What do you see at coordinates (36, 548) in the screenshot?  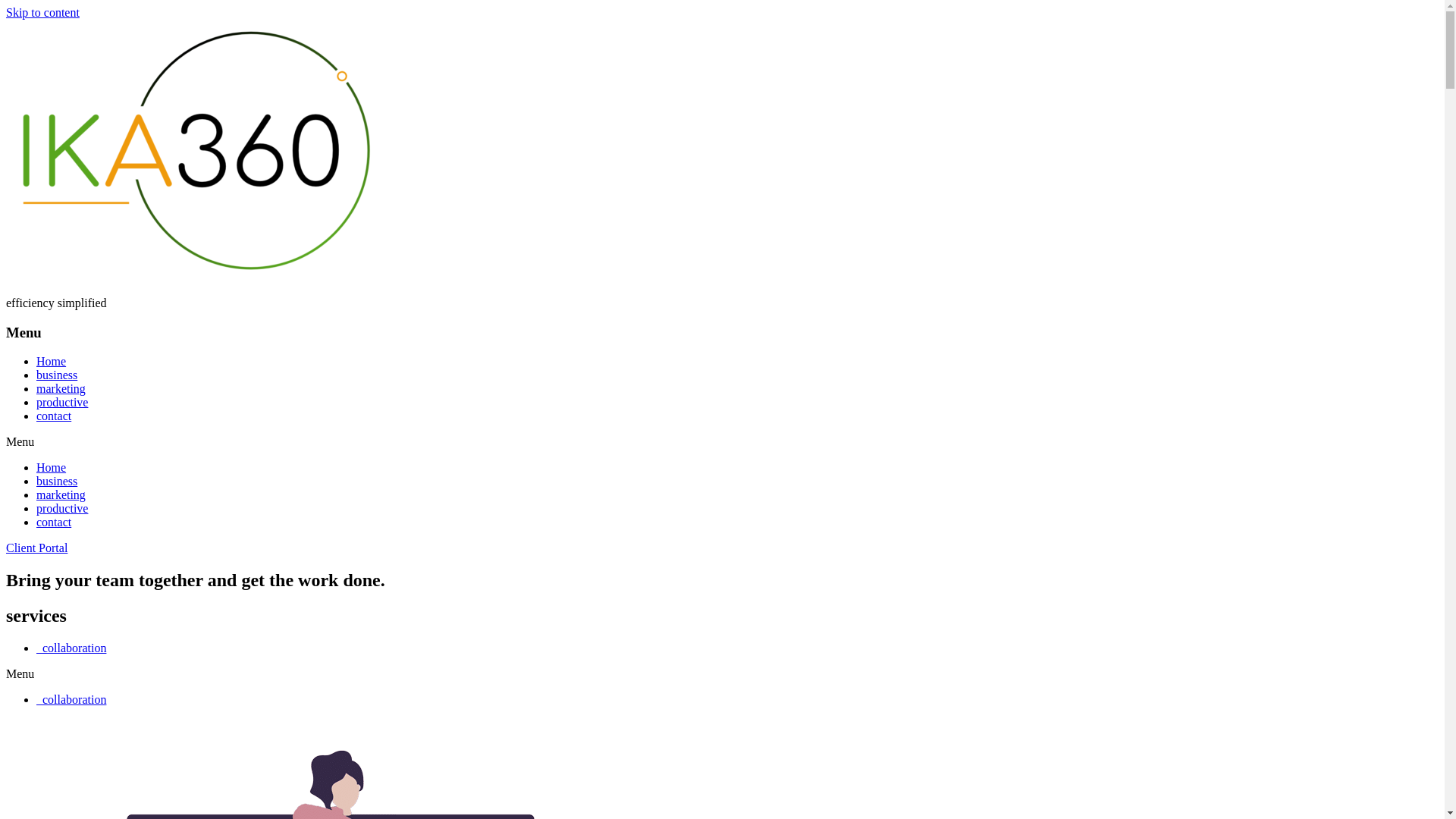 I see `'Client Portal'` at bounding box center [36, 548].